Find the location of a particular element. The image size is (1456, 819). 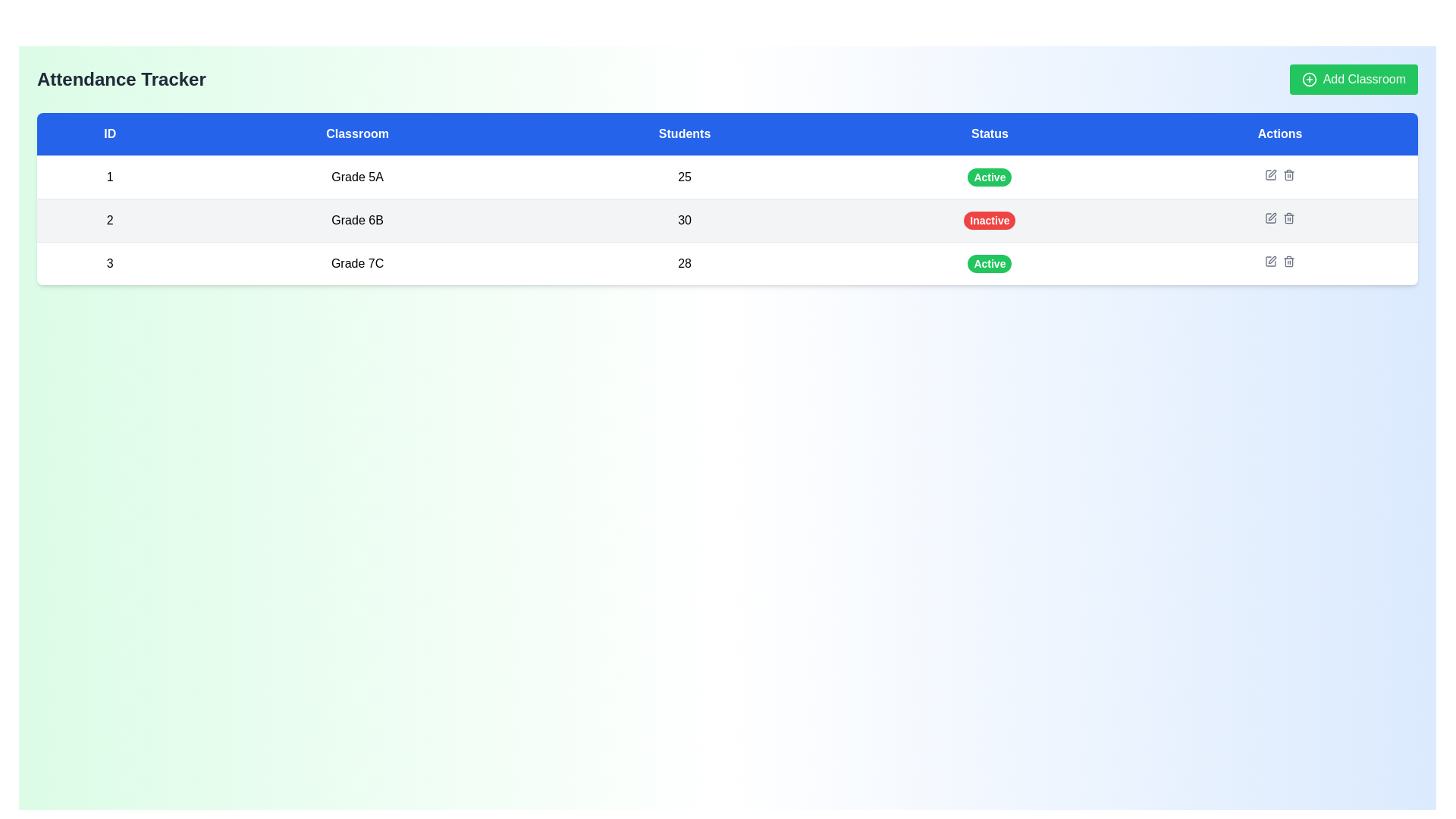

the visually styled label with rounded corners, a green background, and white text that says 'Active' located in the fourth column of the first row under the 'Status' column is located at coordinates (990, 177).